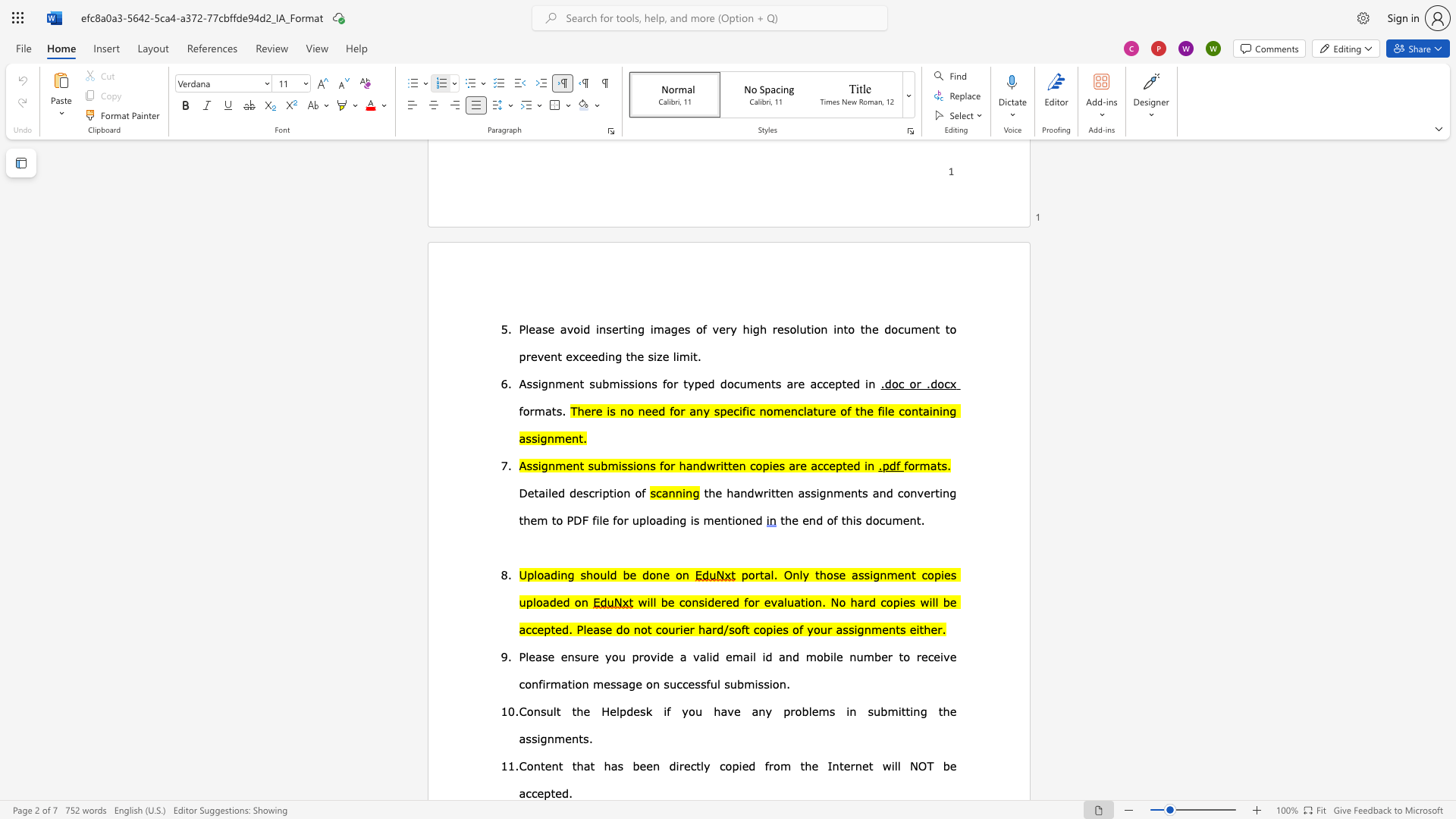  What do you see at coordinates (952, 766) in the screenshot?
I see `the 9th character "e" in the text` at bounding box center [952, 766].